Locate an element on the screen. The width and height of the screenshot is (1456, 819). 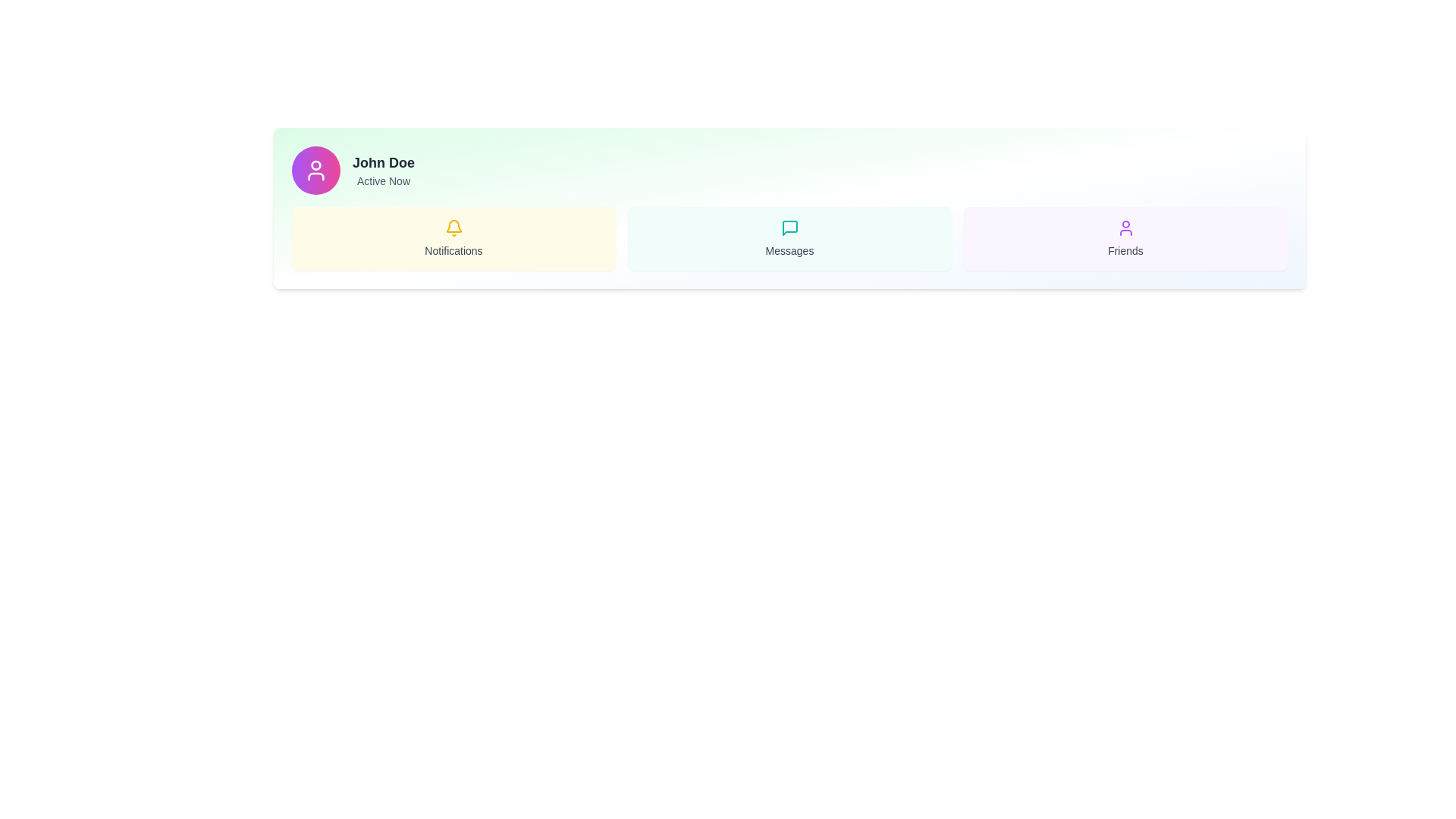
the messaging icon located in the 'Messages' section is located at coordinates (789, 227).